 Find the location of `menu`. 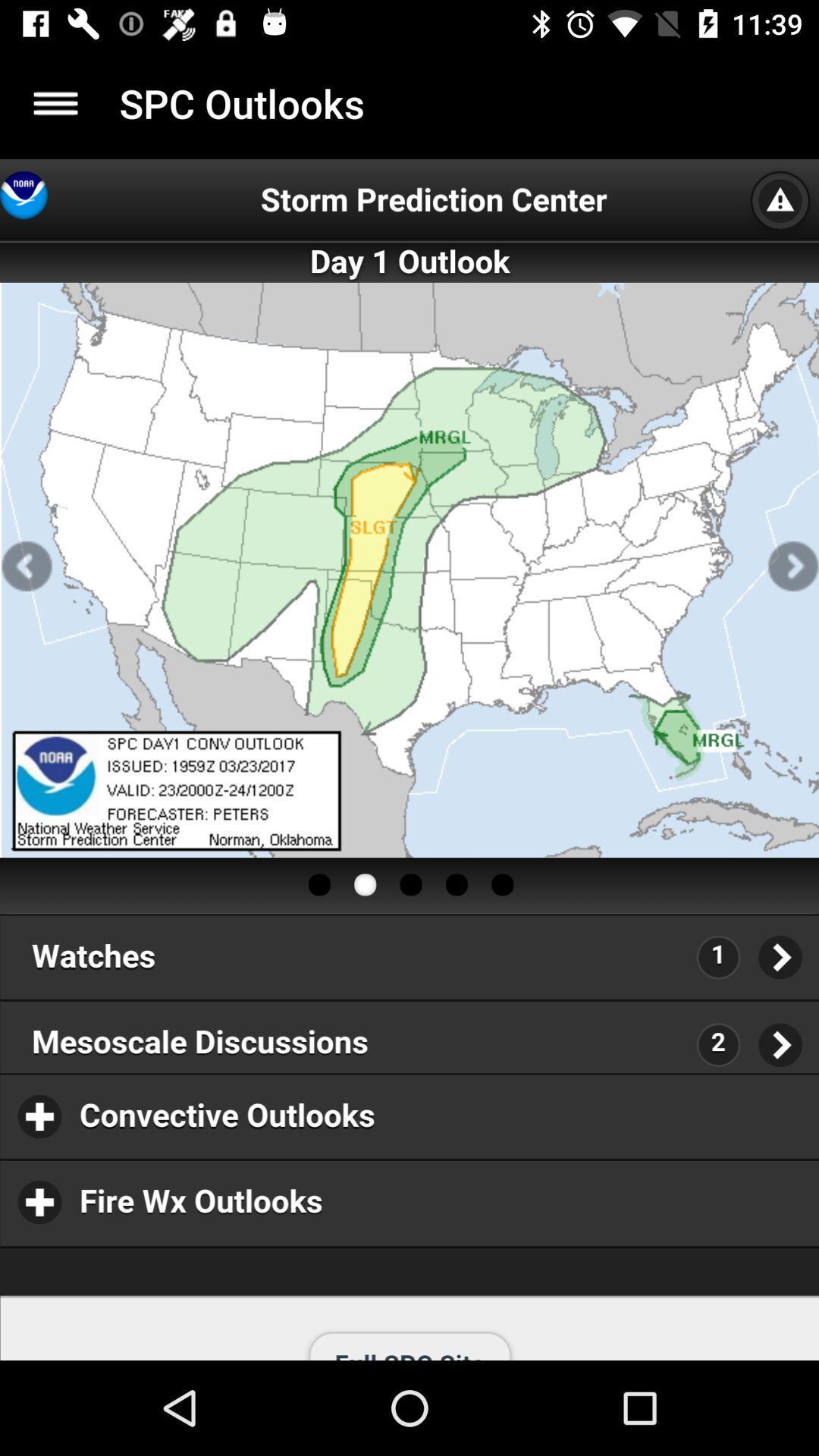

menu is located at coordinates (55, 102).